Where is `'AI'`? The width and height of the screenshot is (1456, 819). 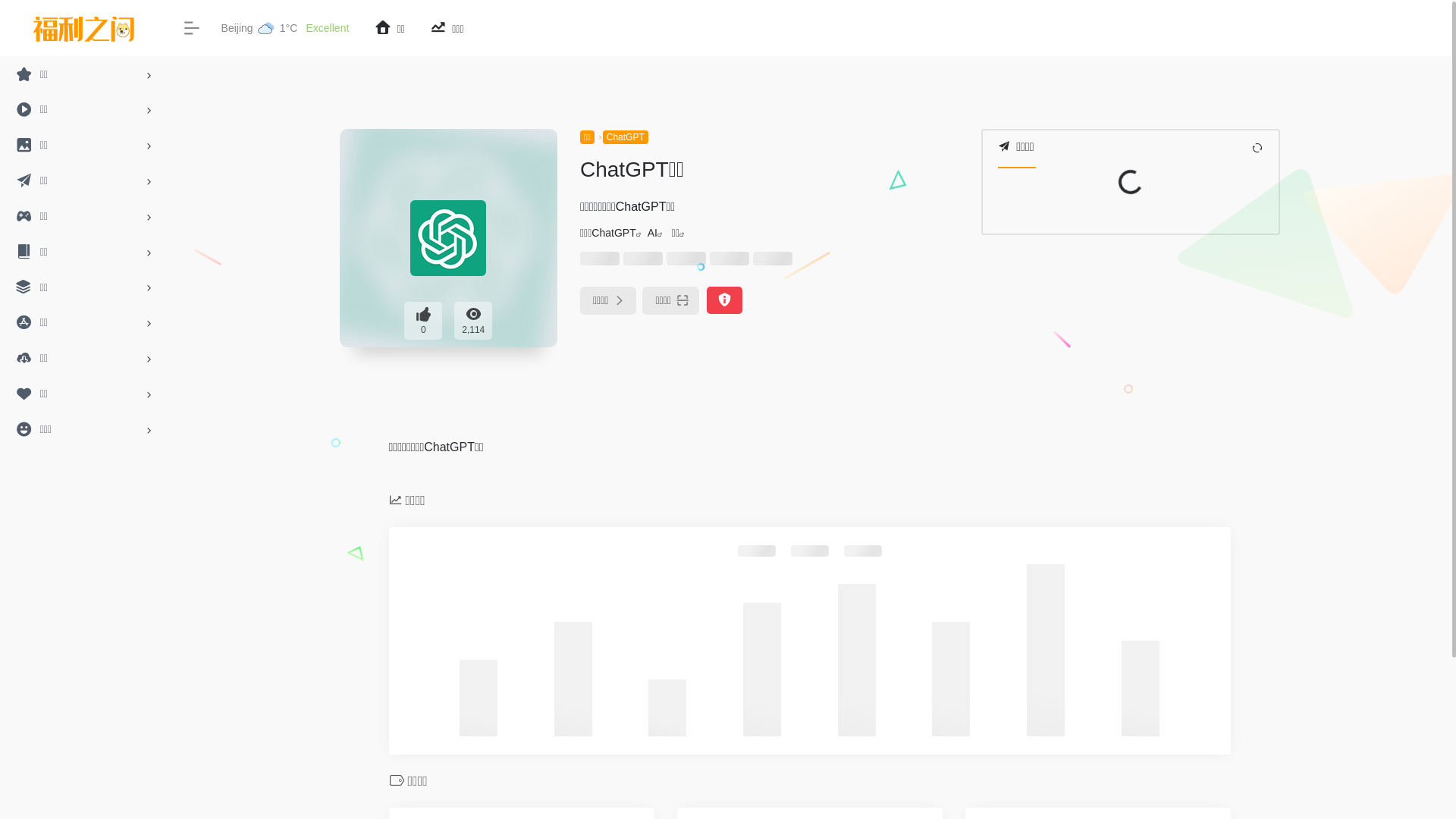 'AI' is located at coordinates (652, 233).